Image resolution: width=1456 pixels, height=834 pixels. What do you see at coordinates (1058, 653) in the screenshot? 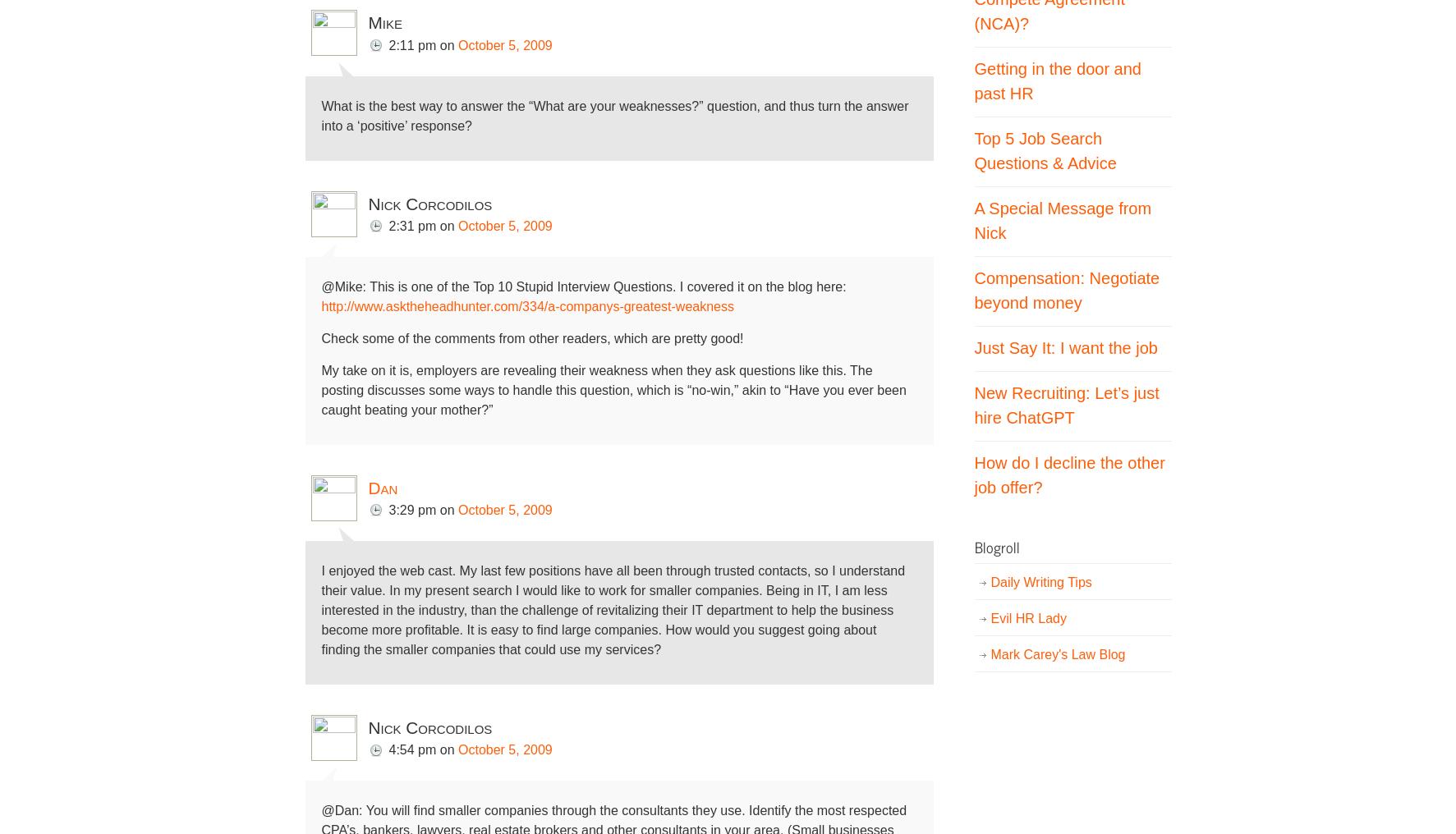
I see `'Mark Carey's Law Blog'` at bounding box center [1058, 653].